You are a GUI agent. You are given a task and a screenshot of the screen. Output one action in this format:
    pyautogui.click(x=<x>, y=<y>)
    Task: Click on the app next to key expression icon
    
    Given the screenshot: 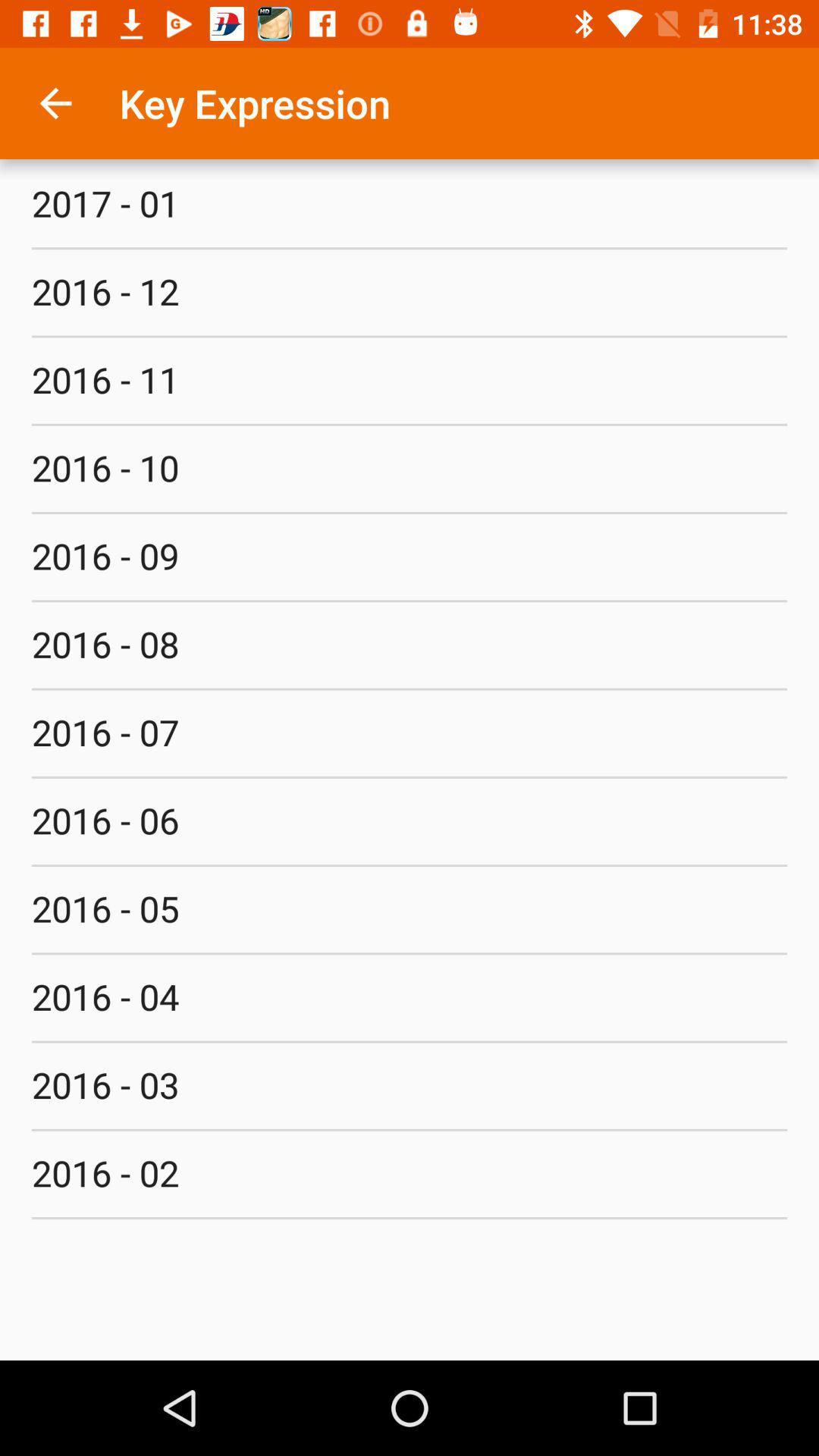 What is the action you would take?
    pyautogui.click(x=55, y=102)
    